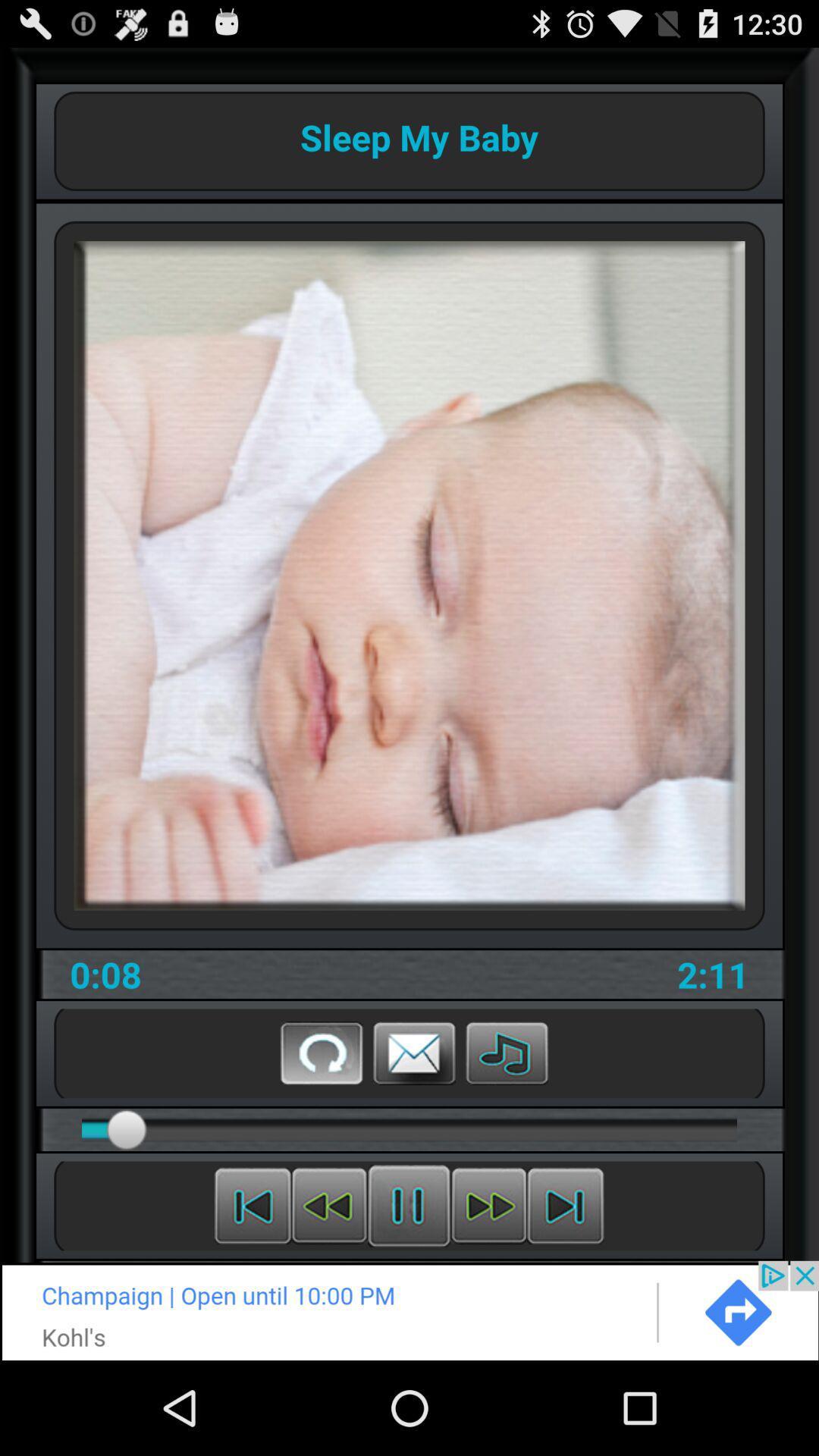 This screenshot has width=819, height=1456. What do you see at coordinates (409, 1310) in the screenshot?
I see `open advertisement` at bounding box center [409, 1310].